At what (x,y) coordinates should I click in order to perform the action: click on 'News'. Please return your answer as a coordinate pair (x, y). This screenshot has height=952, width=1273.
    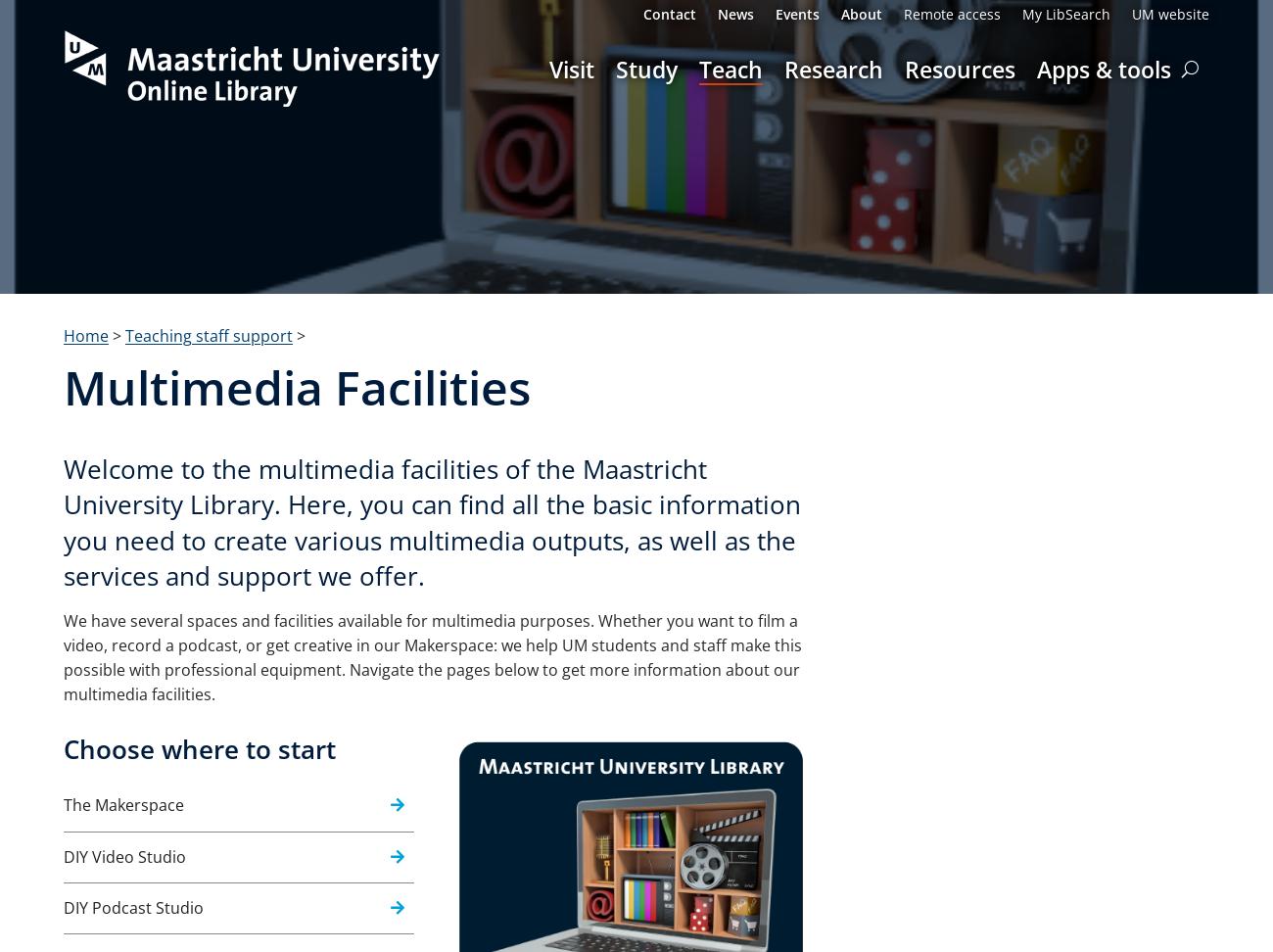
    Looking at the image, I should click on (735, 14).